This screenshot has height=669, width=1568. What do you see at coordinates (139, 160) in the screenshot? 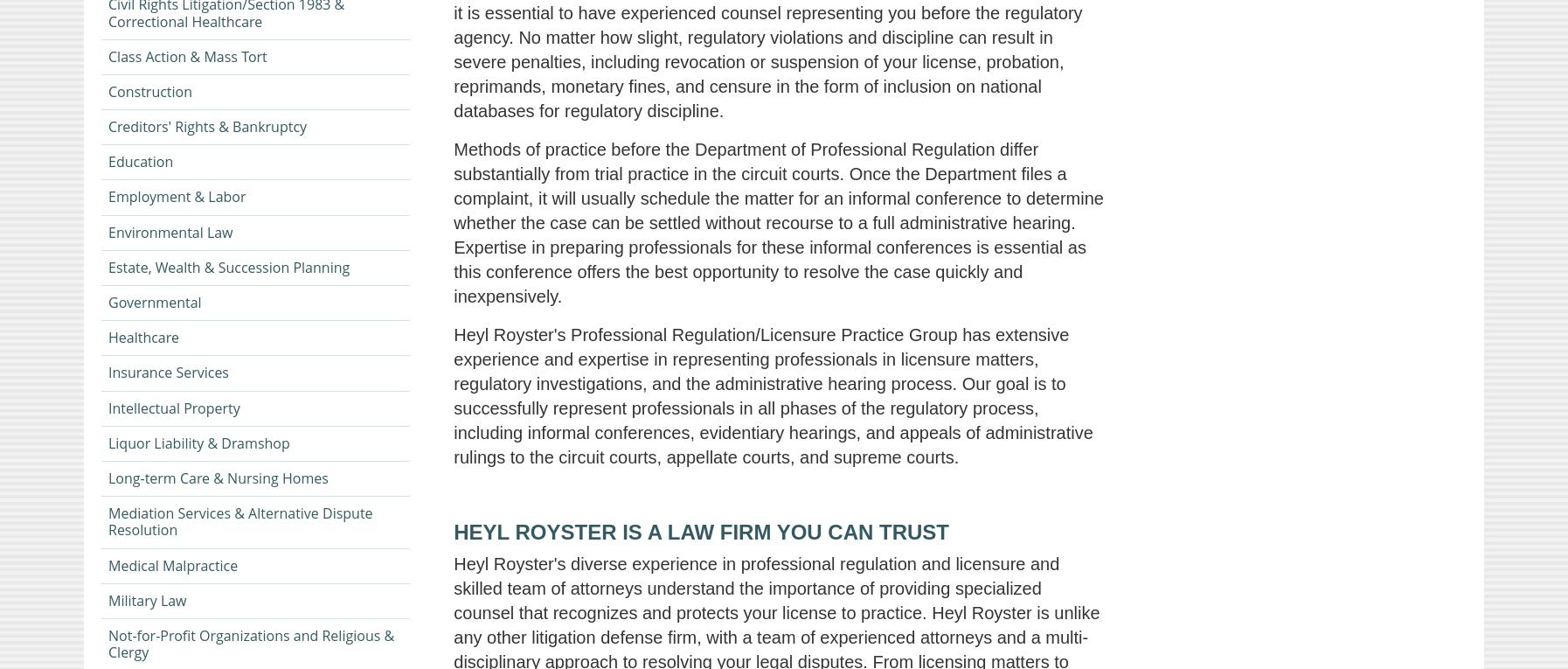
I see `'Education'` at bounding box center [139, 160].